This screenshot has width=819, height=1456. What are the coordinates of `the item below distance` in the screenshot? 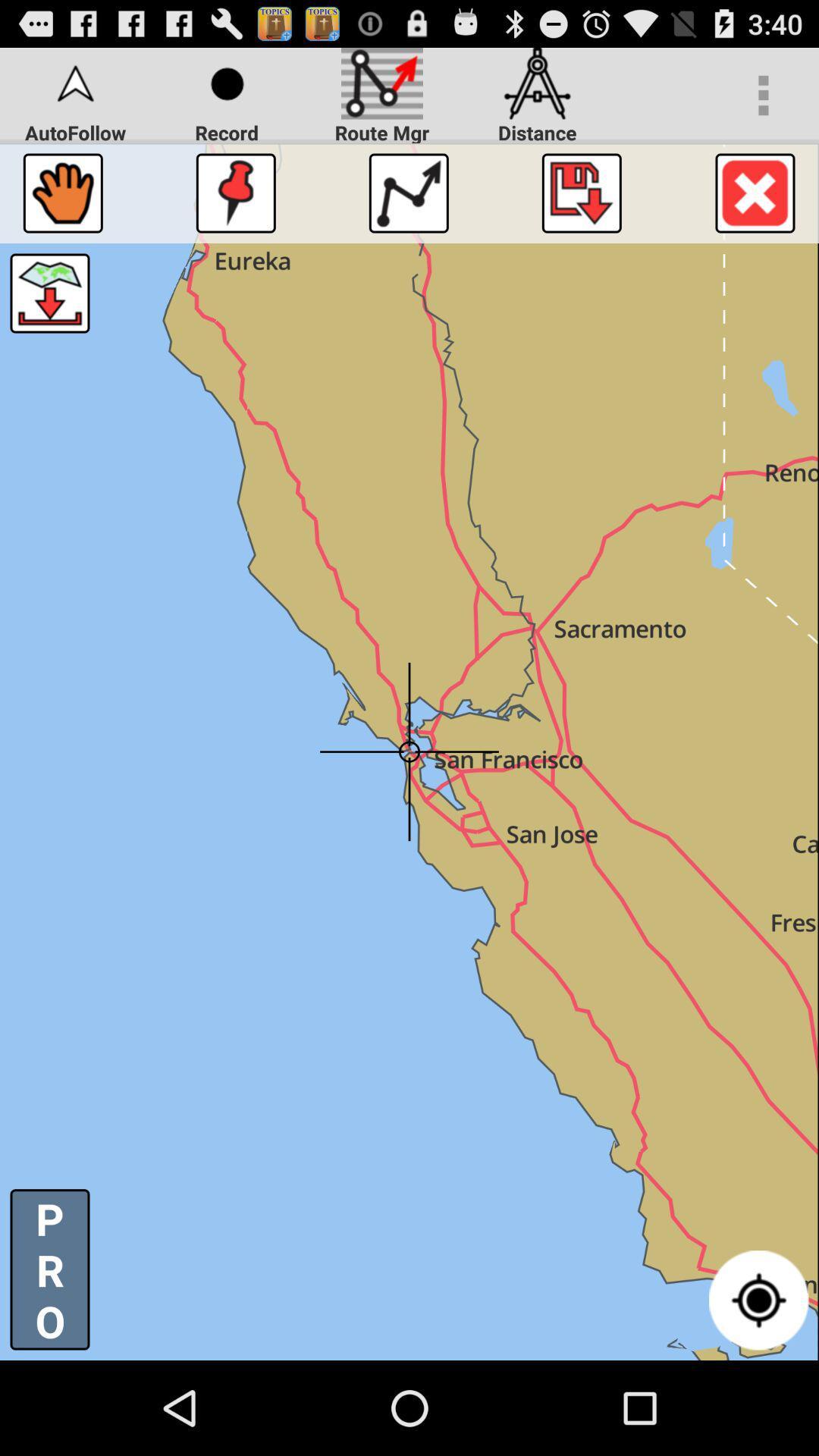 It's located at (581, 192).